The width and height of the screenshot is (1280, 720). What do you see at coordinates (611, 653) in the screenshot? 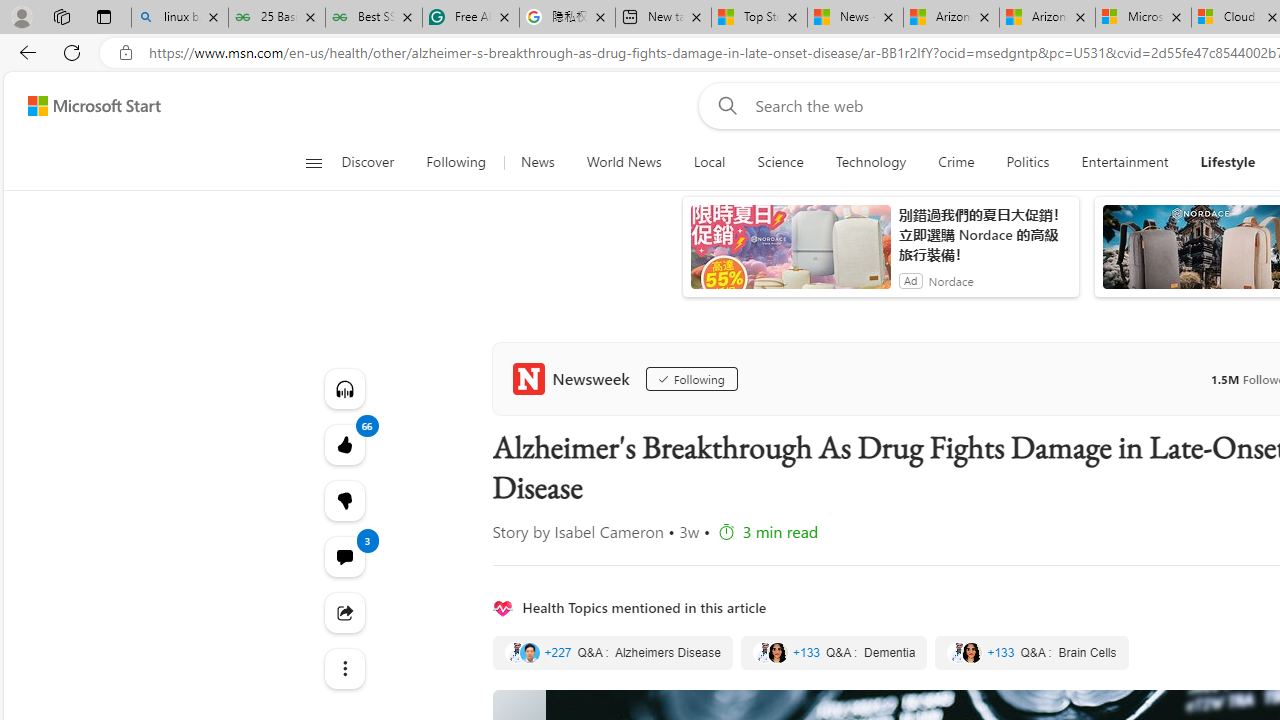
I see `'Alzheimers Disease'` at bounding box center [611, 653].